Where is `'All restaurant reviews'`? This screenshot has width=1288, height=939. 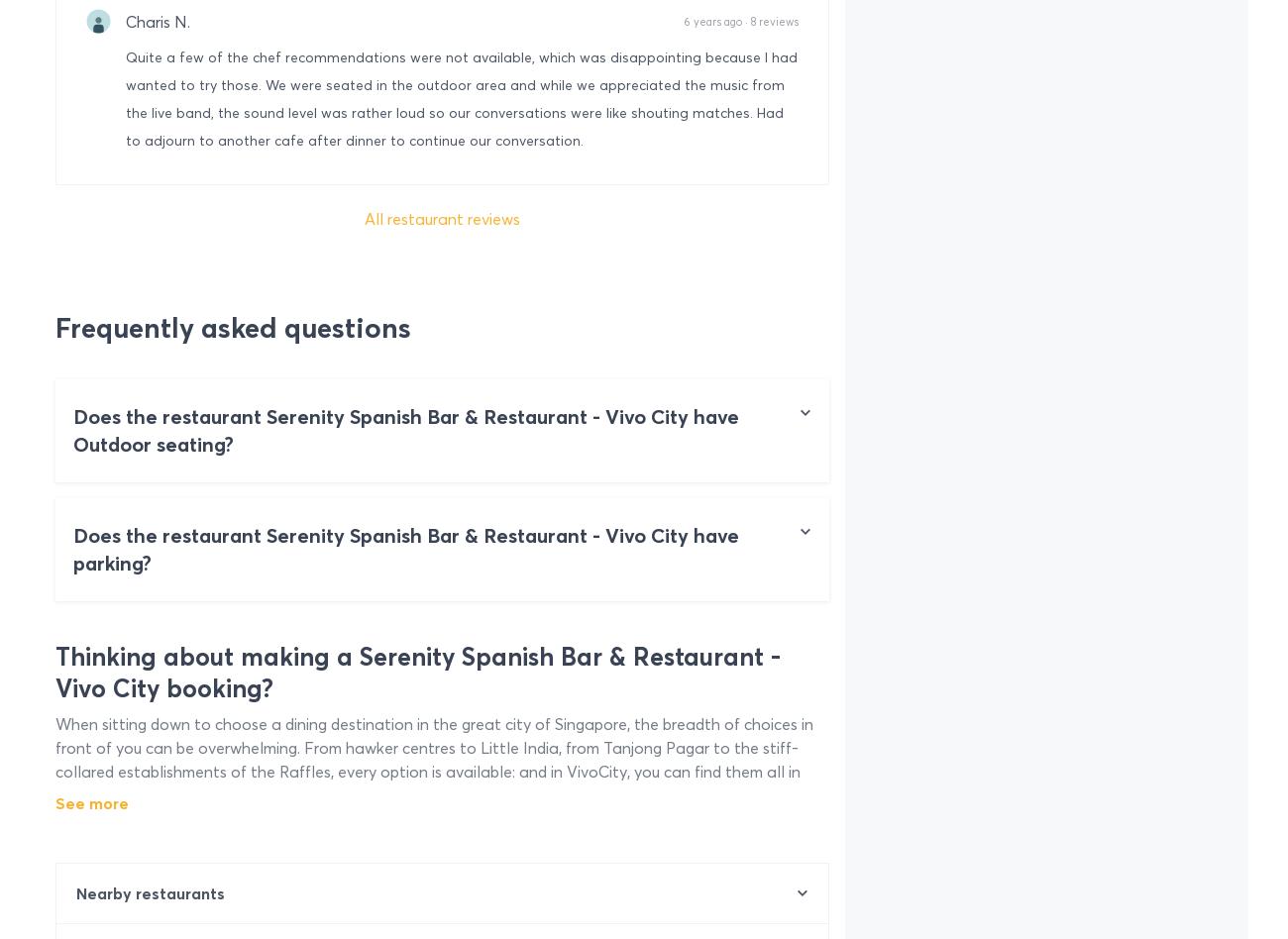 'All restaurant reviews' is located at coordinates (441, 217).